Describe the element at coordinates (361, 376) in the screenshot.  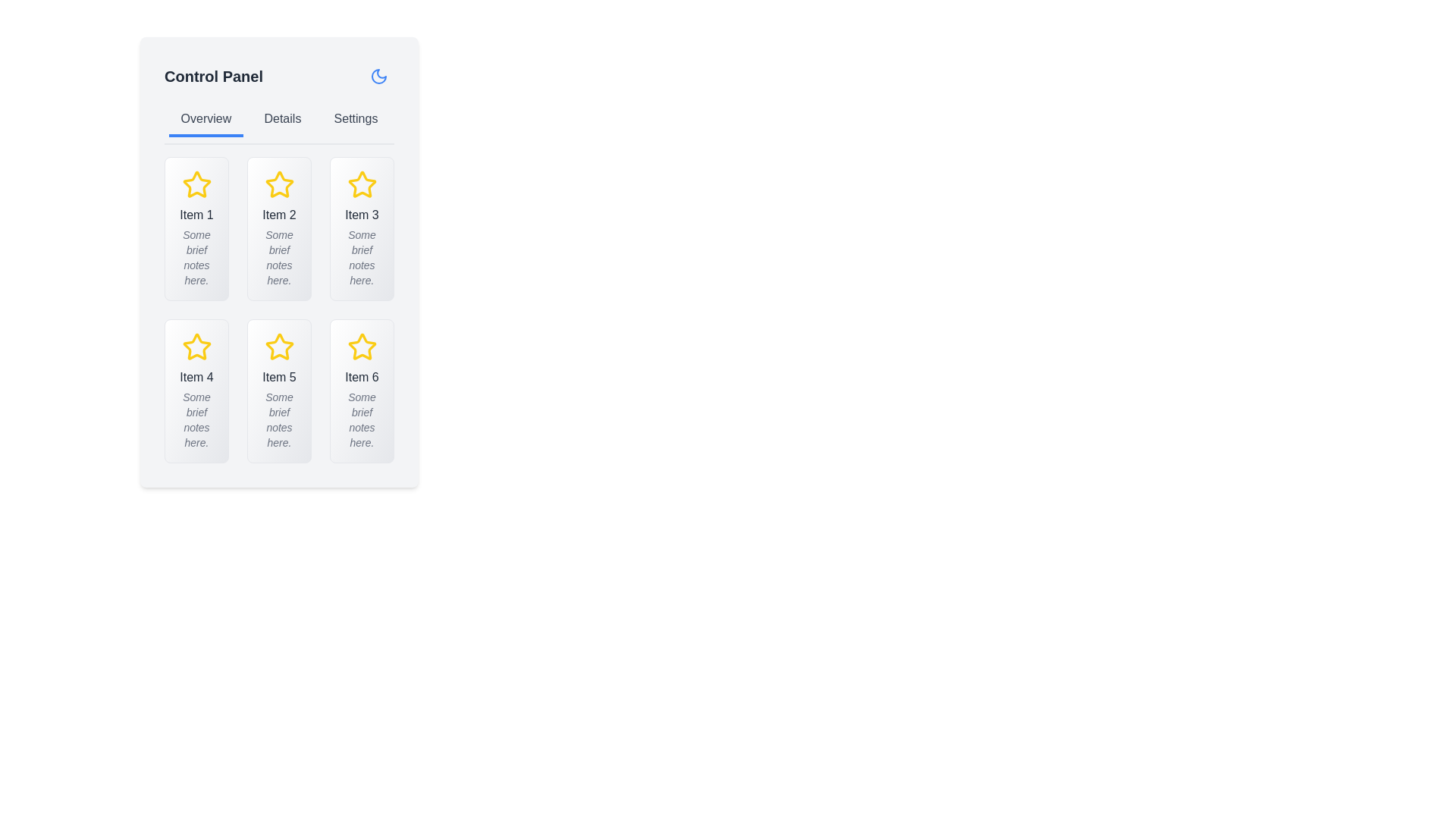
I see `the text label displaying 'Item 6' in bold, dark gray font located in the lower section of the sixth card in a six-card grid layout` at that location.